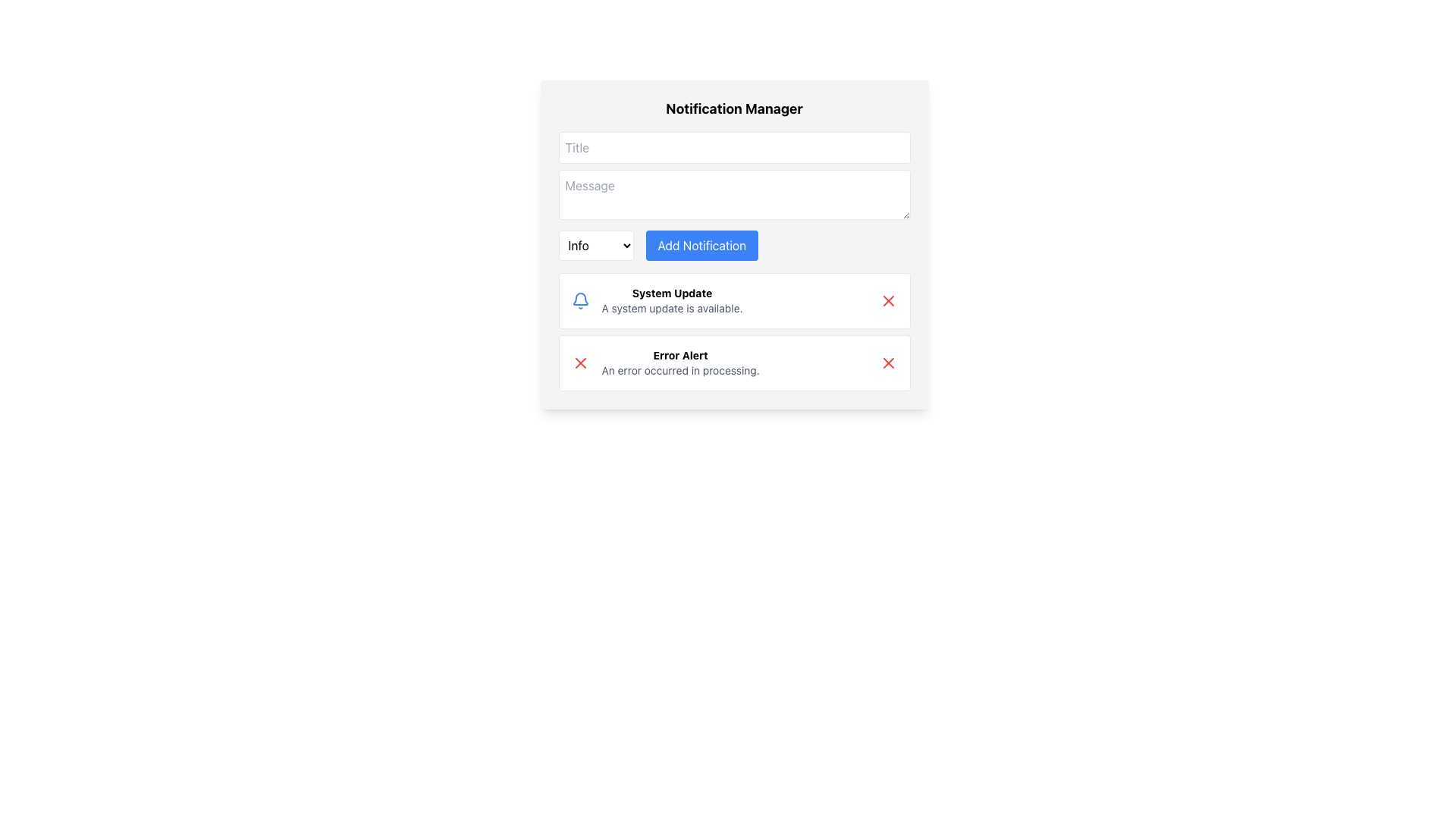 This screenshot has height=819, width=1456. What do you see at coordinates (734, 244) in the screenshot?
I see `the 'Add Notification' button in the notification management interface` at bounding box center [734, 244].